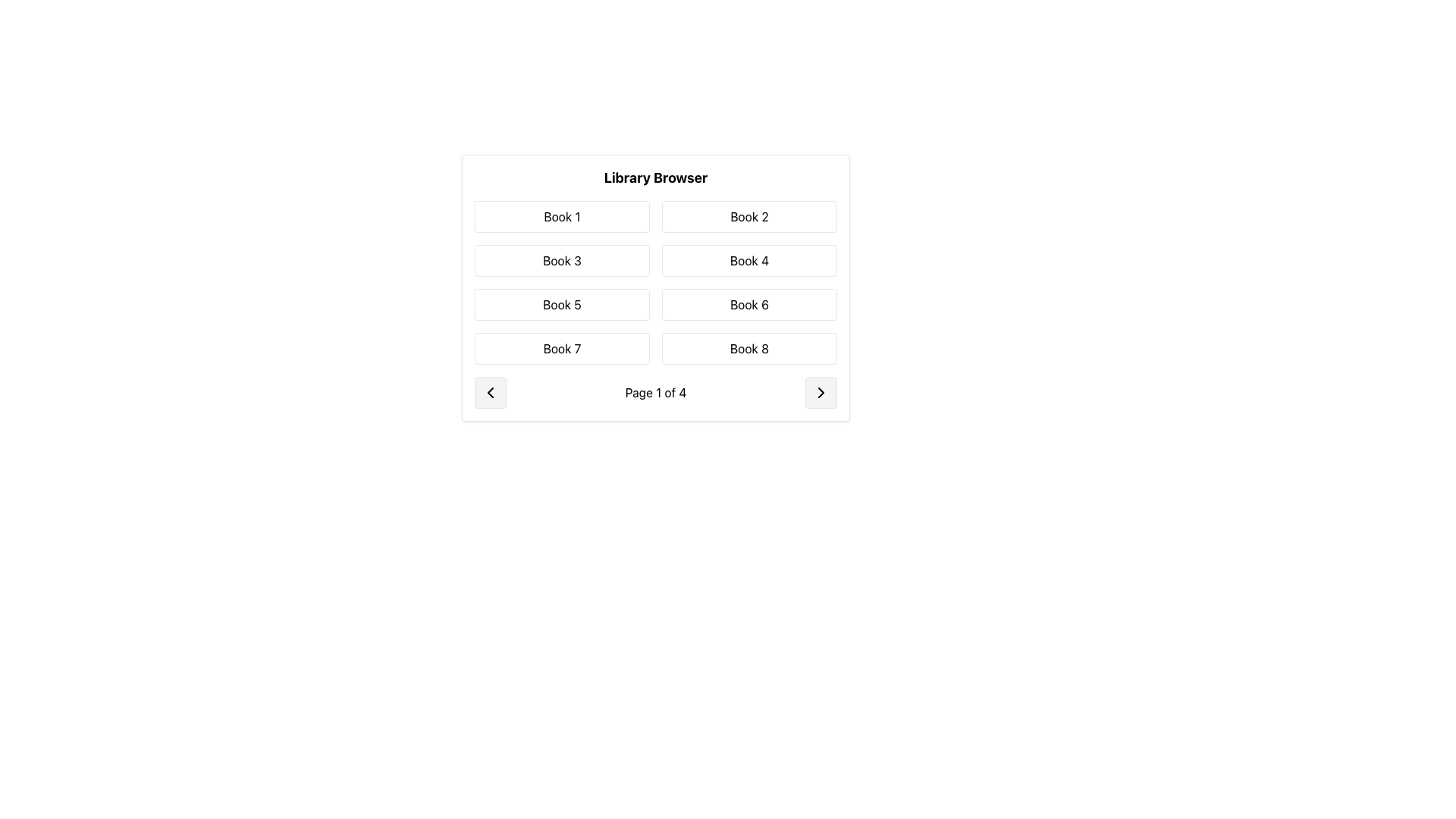  I want to click on the grid of book items displayed in the Library Browser, so click(655, 283).